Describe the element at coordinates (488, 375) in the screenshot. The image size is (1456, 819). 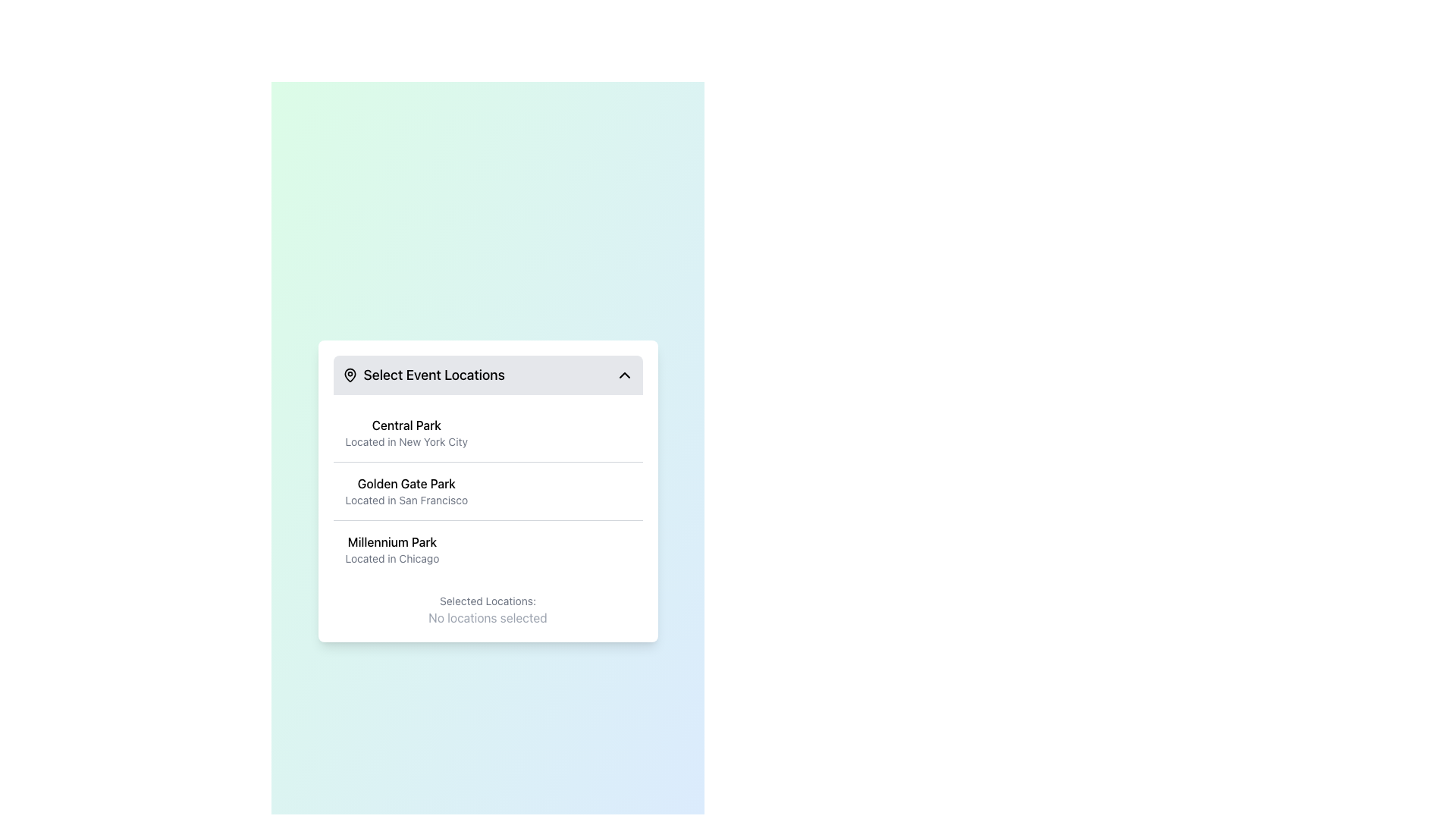
I see `the Collapsible Header element that serves as a title for a collapsible menu, allowing users to reveal or hide event locations` at that location.